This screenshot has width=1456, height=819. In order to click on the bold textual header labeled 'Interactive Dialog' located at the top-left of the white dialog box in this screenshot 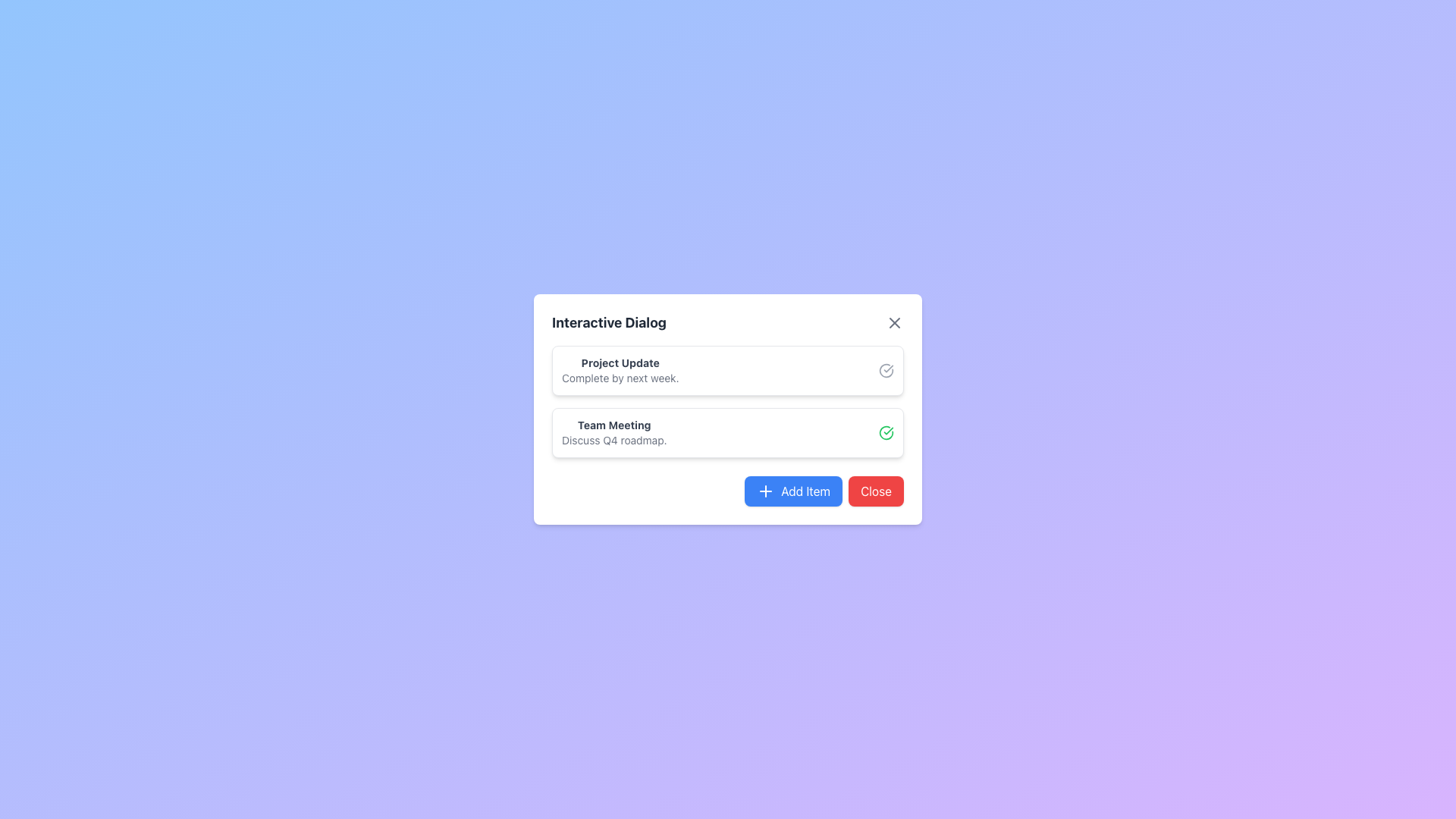, I will do `click(609, 322)`.